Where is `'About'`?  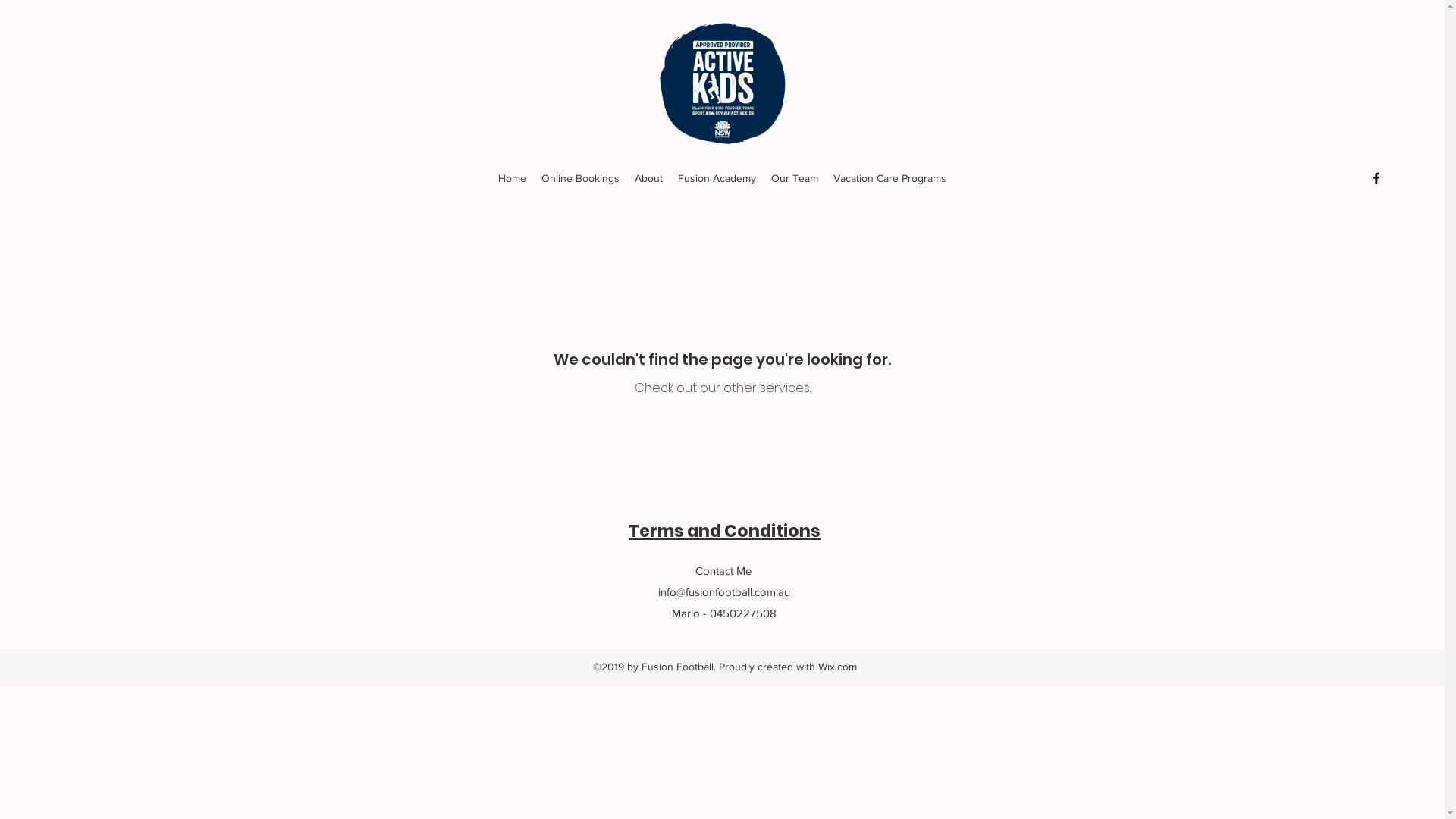 'About' is located at coordinates (648, 177).